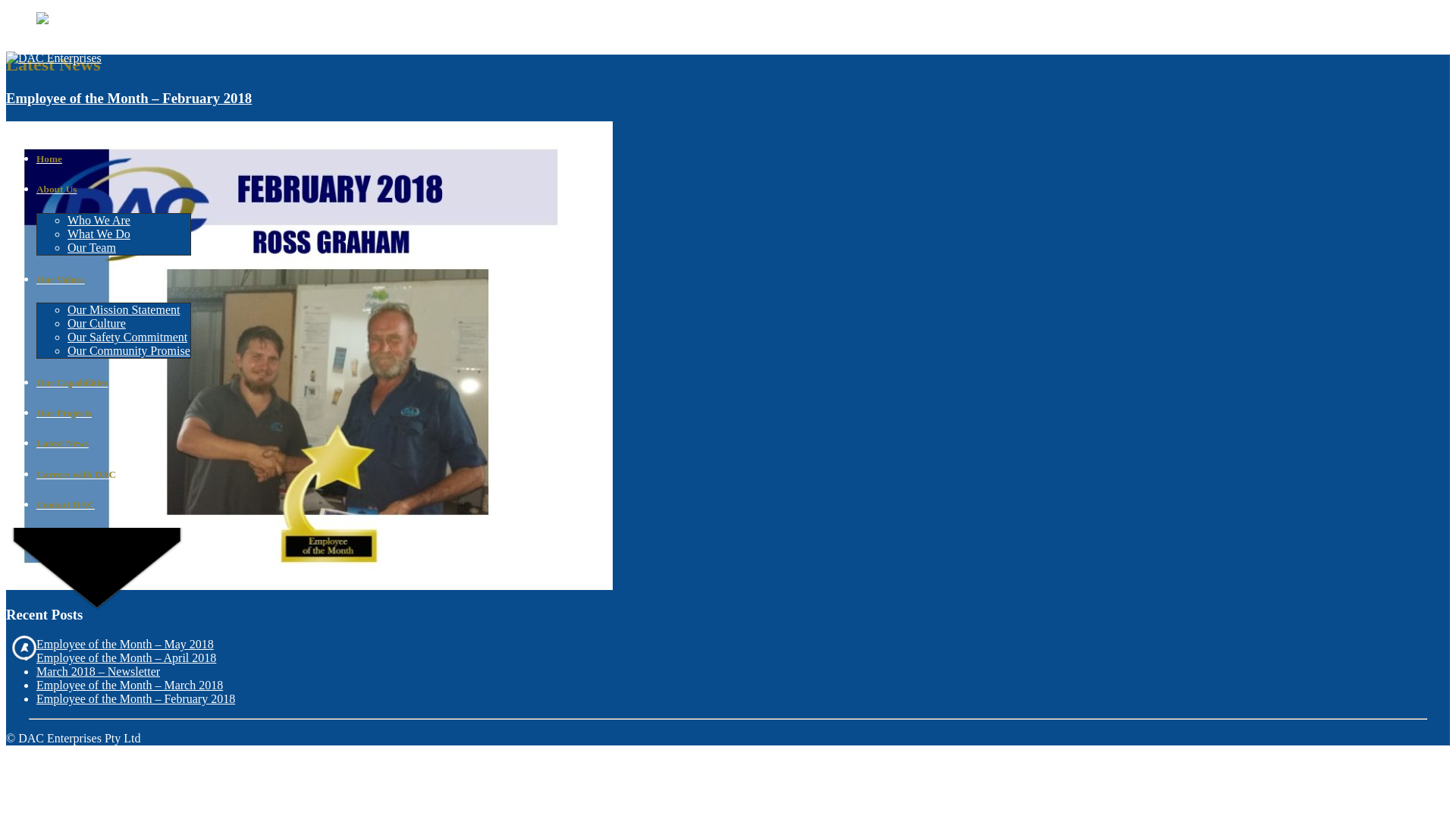  What do you see at coordinates (127, 336) in the screenshot?
I see `'Our Safety Commitment'` at bounding box center [127, 336].